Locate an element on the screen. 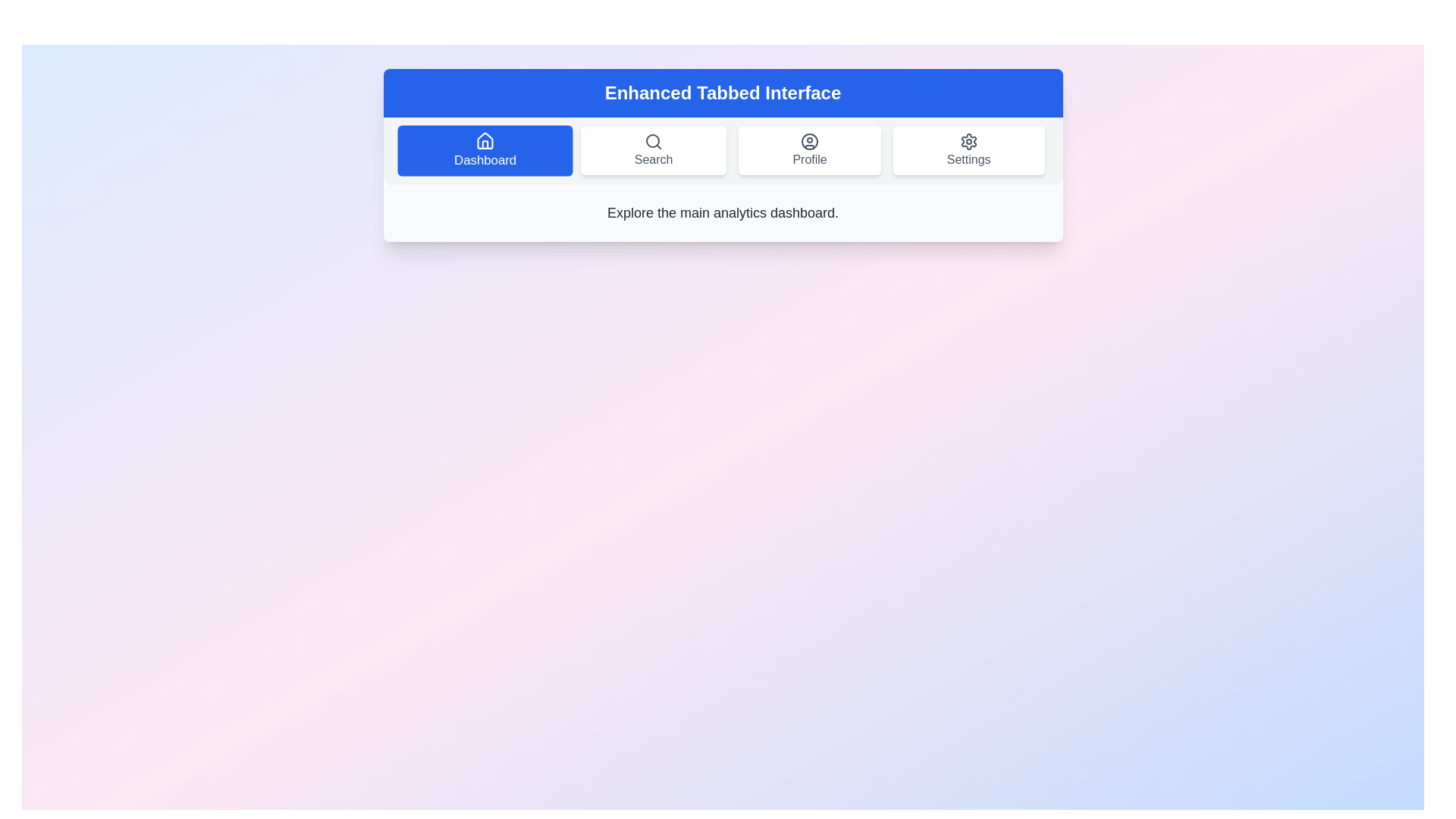 The image size is (1456, 819). the outermost circular SVG shape in the 'Profile' tab button, styled with a stroke and no fill color is located at coordinates (809, 141).